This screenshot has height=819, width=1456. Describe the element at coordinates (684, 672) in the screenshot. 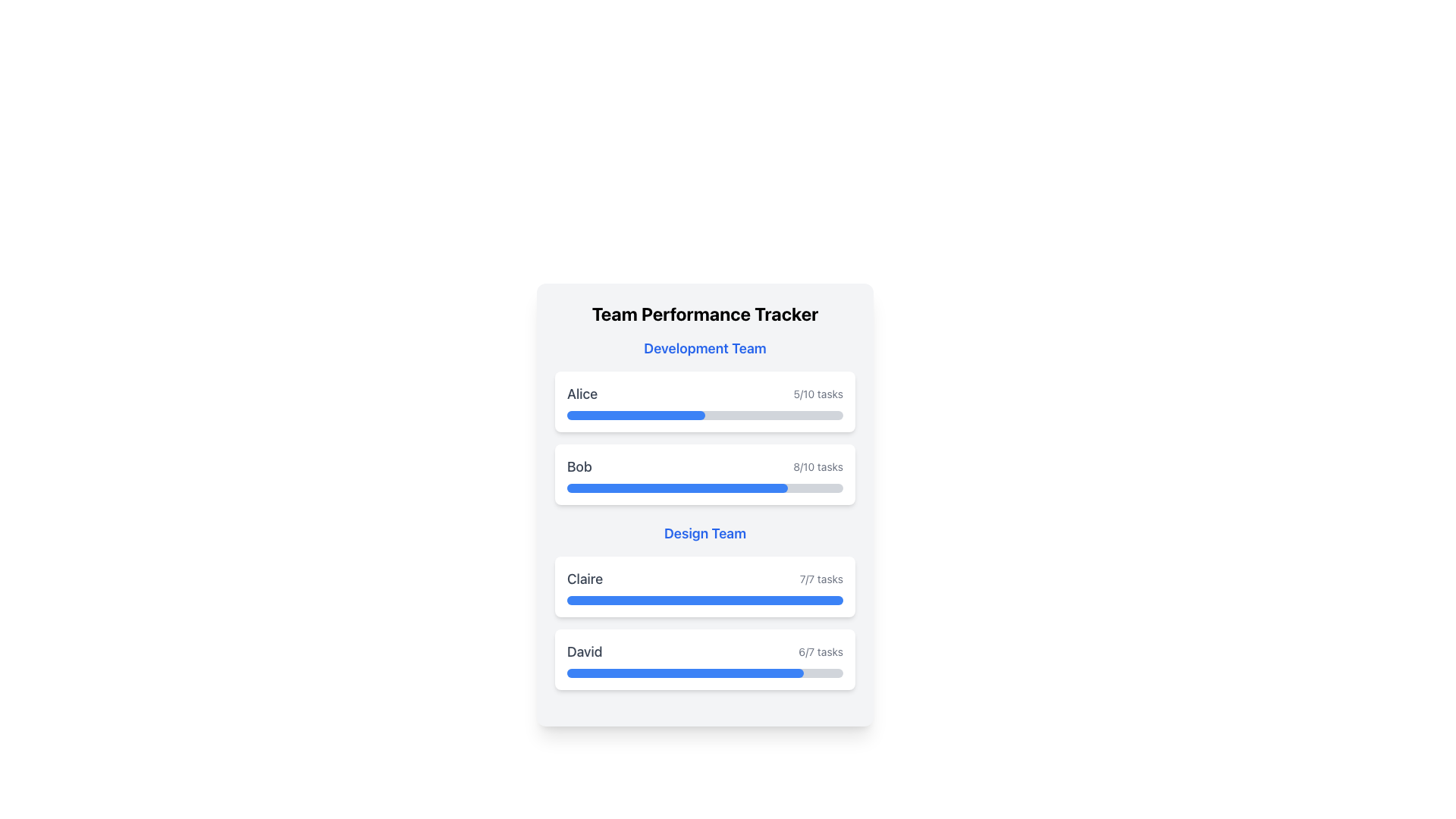

I see `the progress bar representing completion of 6 out of 7 tasks under the 'David' user entry in the 'Design Team' section` at that location.